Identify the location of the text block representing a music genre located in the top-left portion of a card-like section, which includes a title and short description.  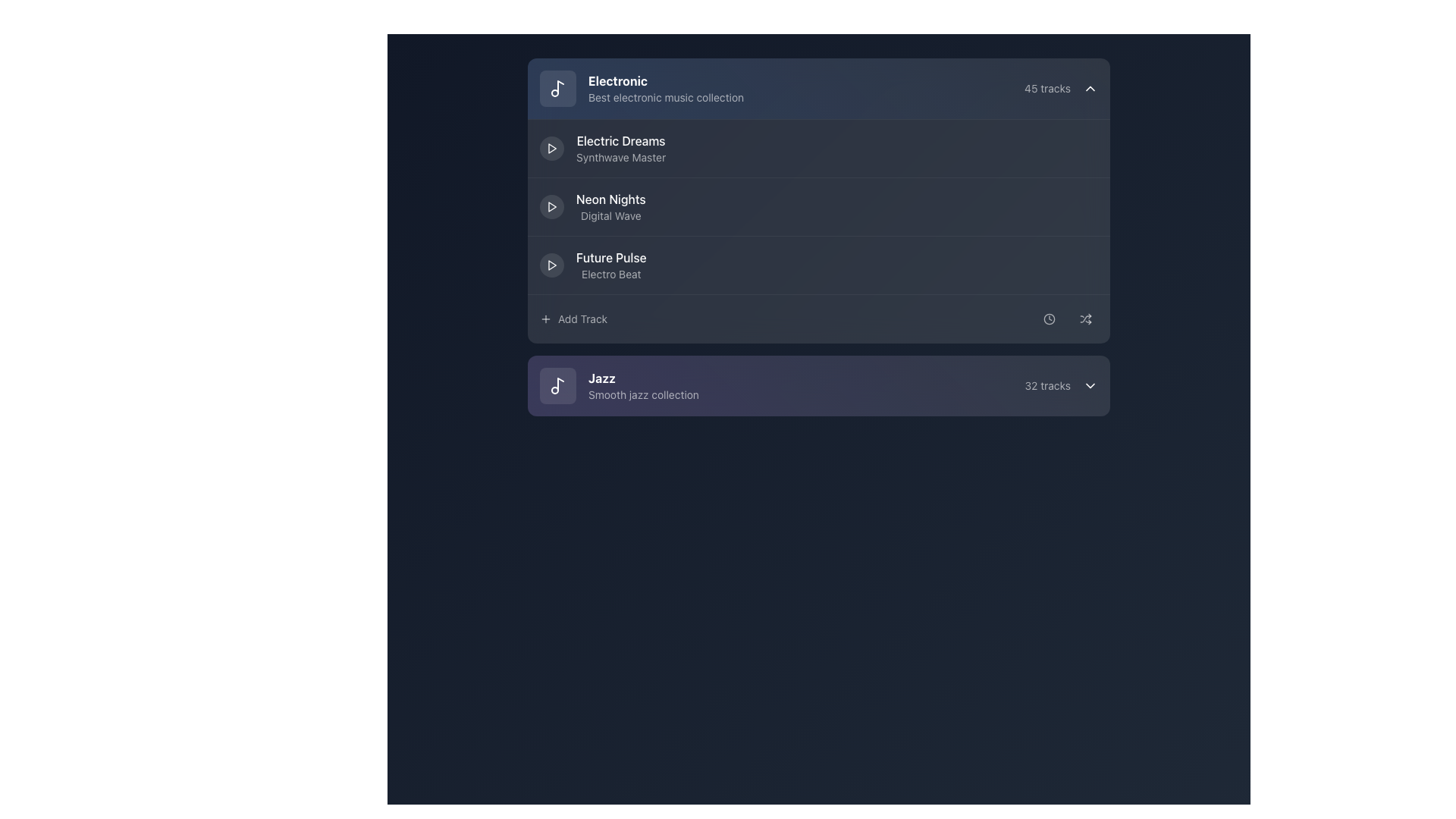
(666, 88).